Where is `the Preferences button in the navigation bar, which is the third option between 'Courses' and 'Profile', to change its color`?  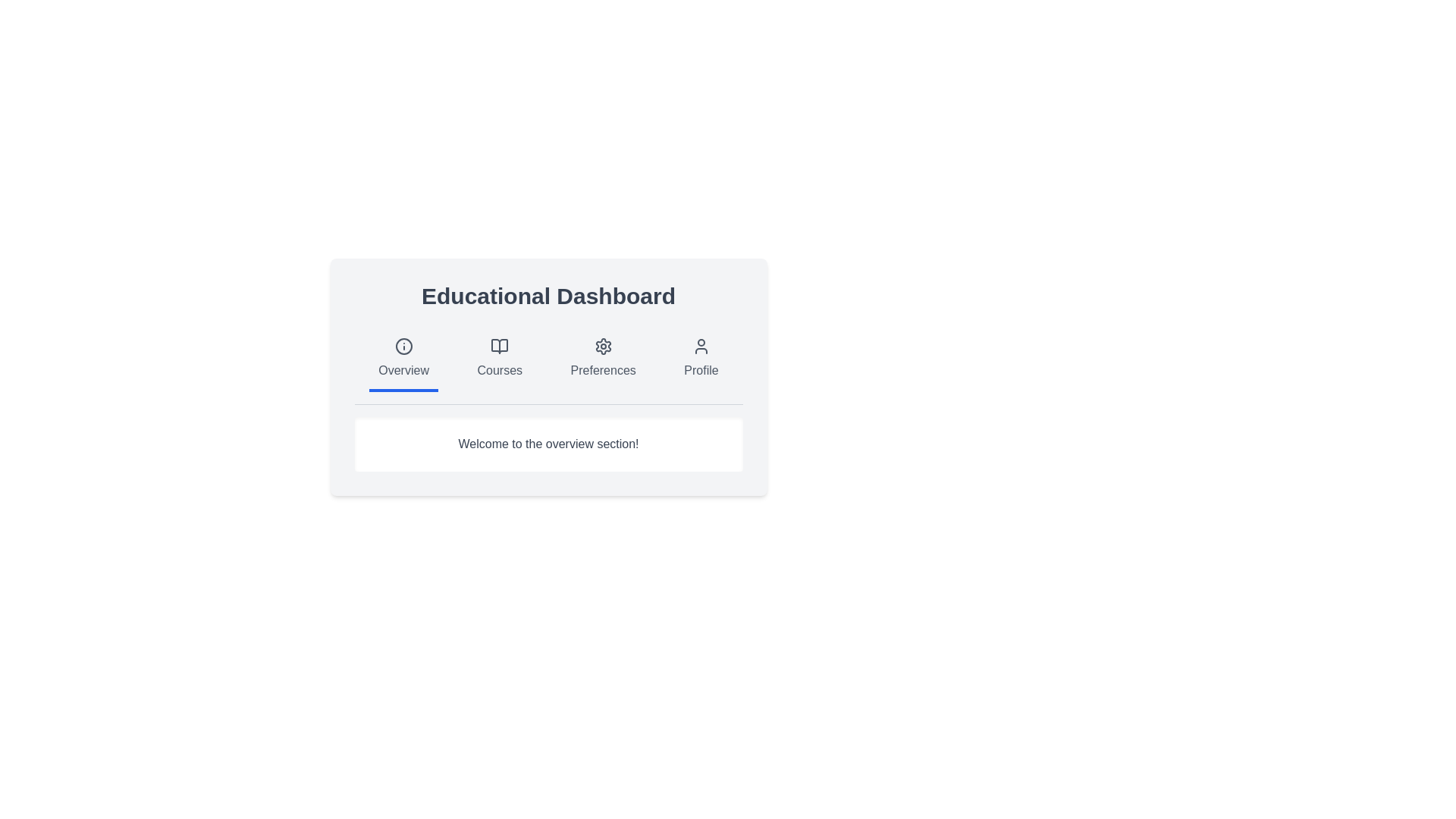 the Preferences button in the navigation bar, which is the third option between 'Courses' and 'Profile', to change its color is located at coordinates (602, 359).